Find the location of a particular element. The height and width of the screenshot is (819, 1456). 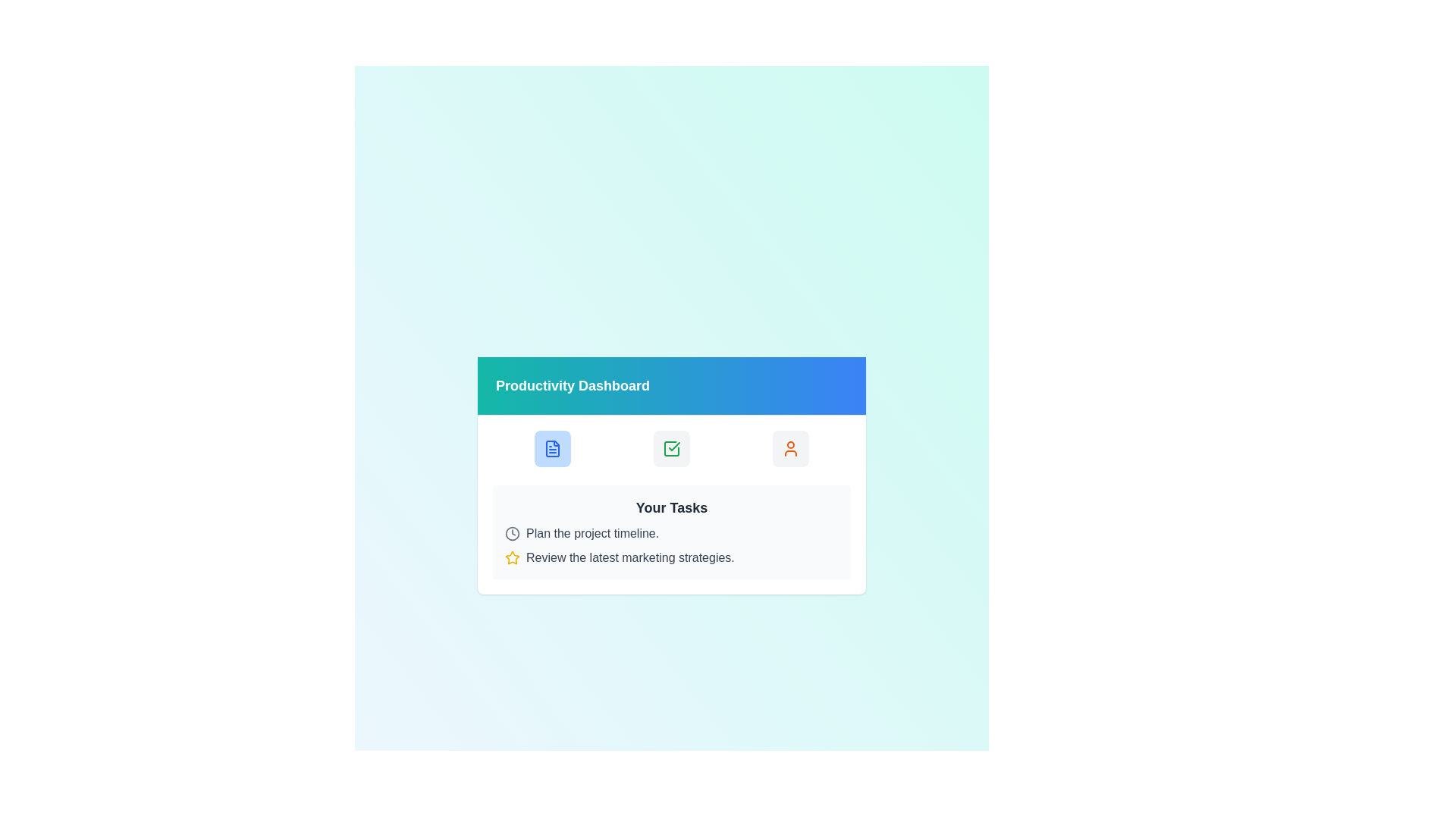

the blue button with rounded corners that has a document file icon in its center, located below the 'Productivity Dashboard' heading, to observe the hover effect is located at coordinates (551, 447).